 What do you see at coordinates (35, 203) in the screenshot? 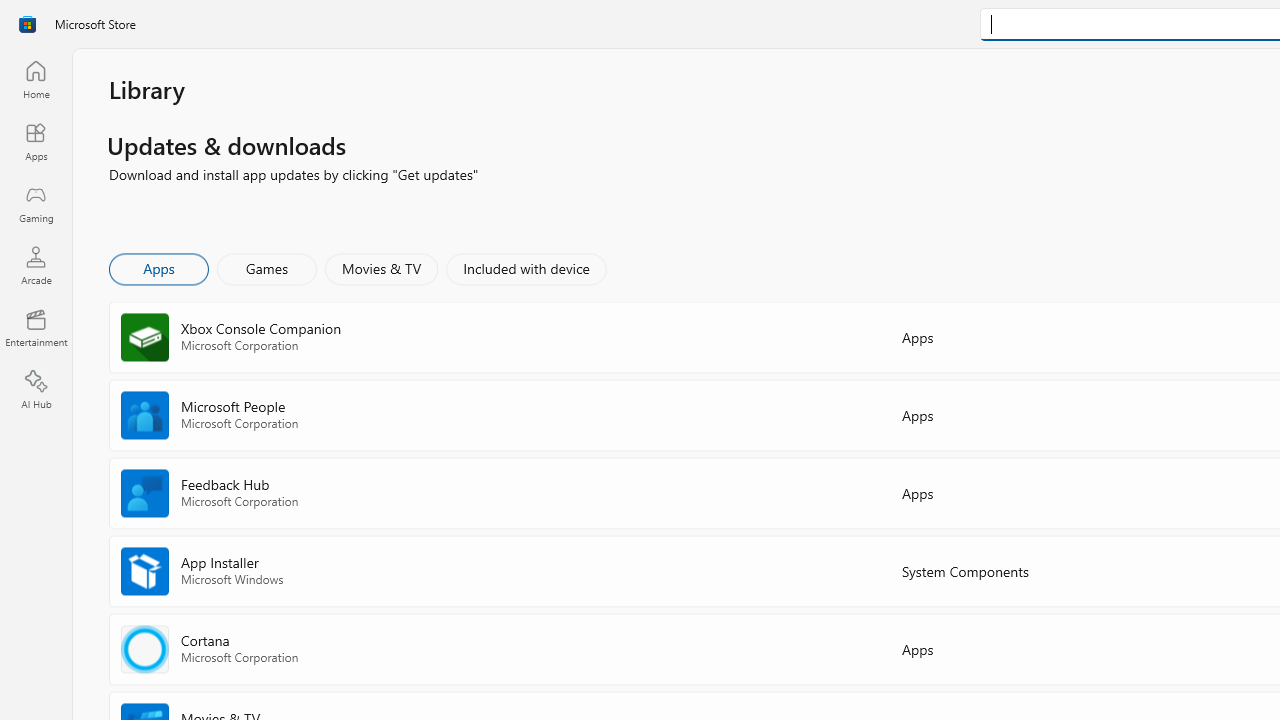
I see `'Gaming'` at bounding box center [35, 203].